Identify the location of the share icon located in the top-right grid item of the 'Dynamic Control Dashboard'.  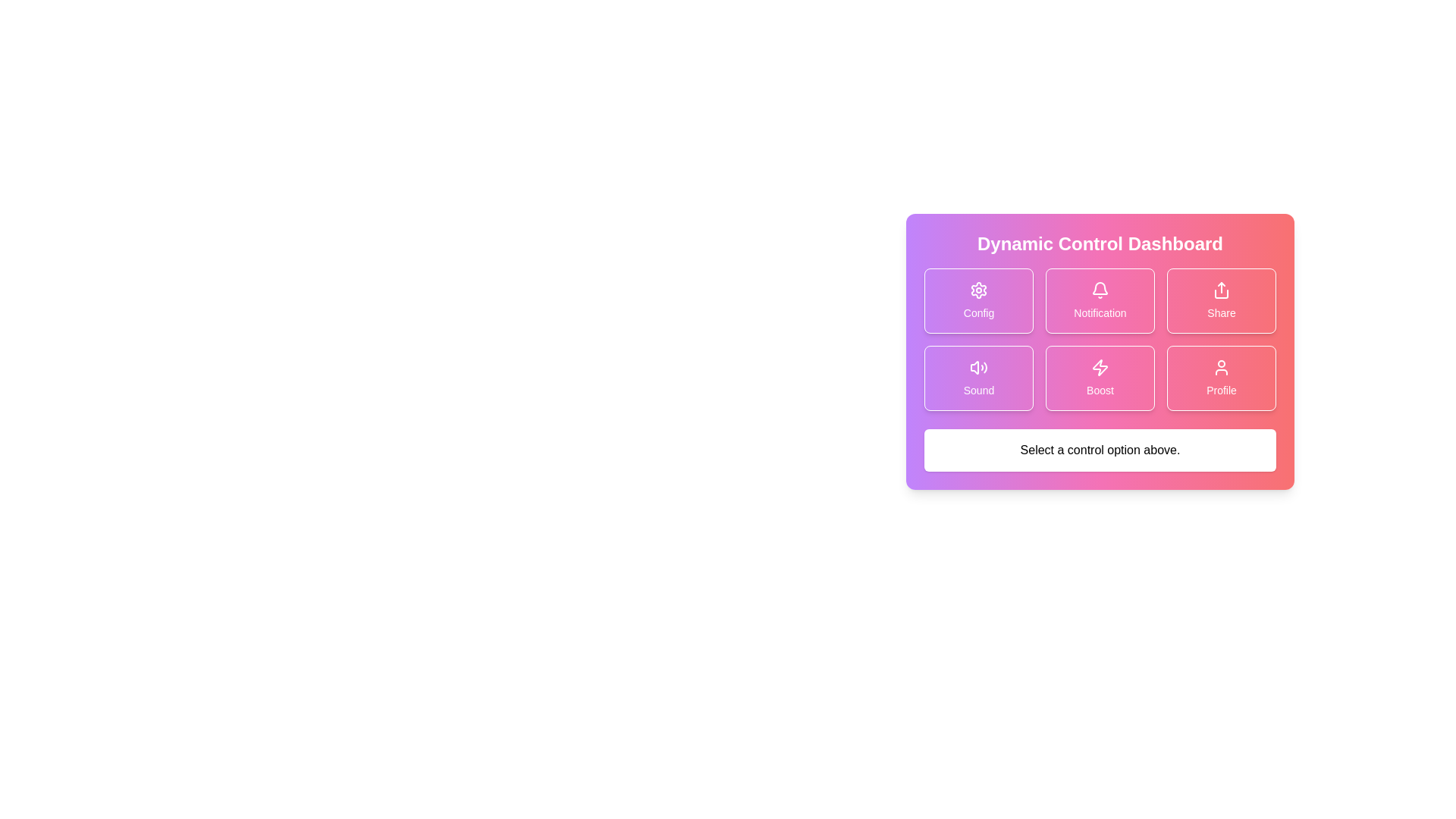
(1222, 290).